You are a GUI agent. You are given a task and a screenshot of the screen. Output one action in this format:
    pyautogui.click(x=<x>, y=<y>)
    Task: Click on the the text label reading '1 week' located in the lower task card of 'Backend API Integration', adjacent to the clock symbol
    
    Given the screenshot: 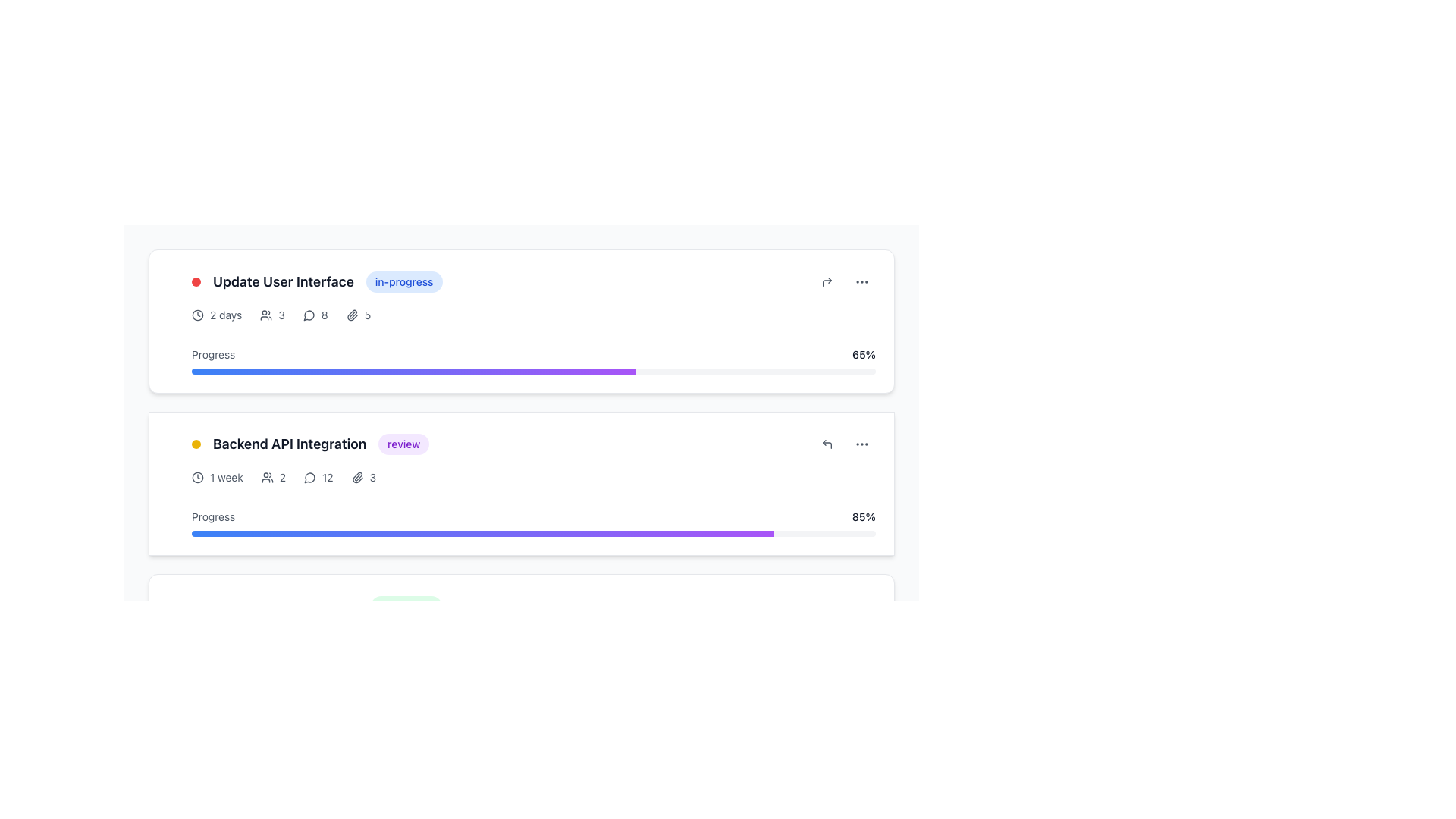 What is the action you would take?
    pyautogui.click(x=225, y=476)
    